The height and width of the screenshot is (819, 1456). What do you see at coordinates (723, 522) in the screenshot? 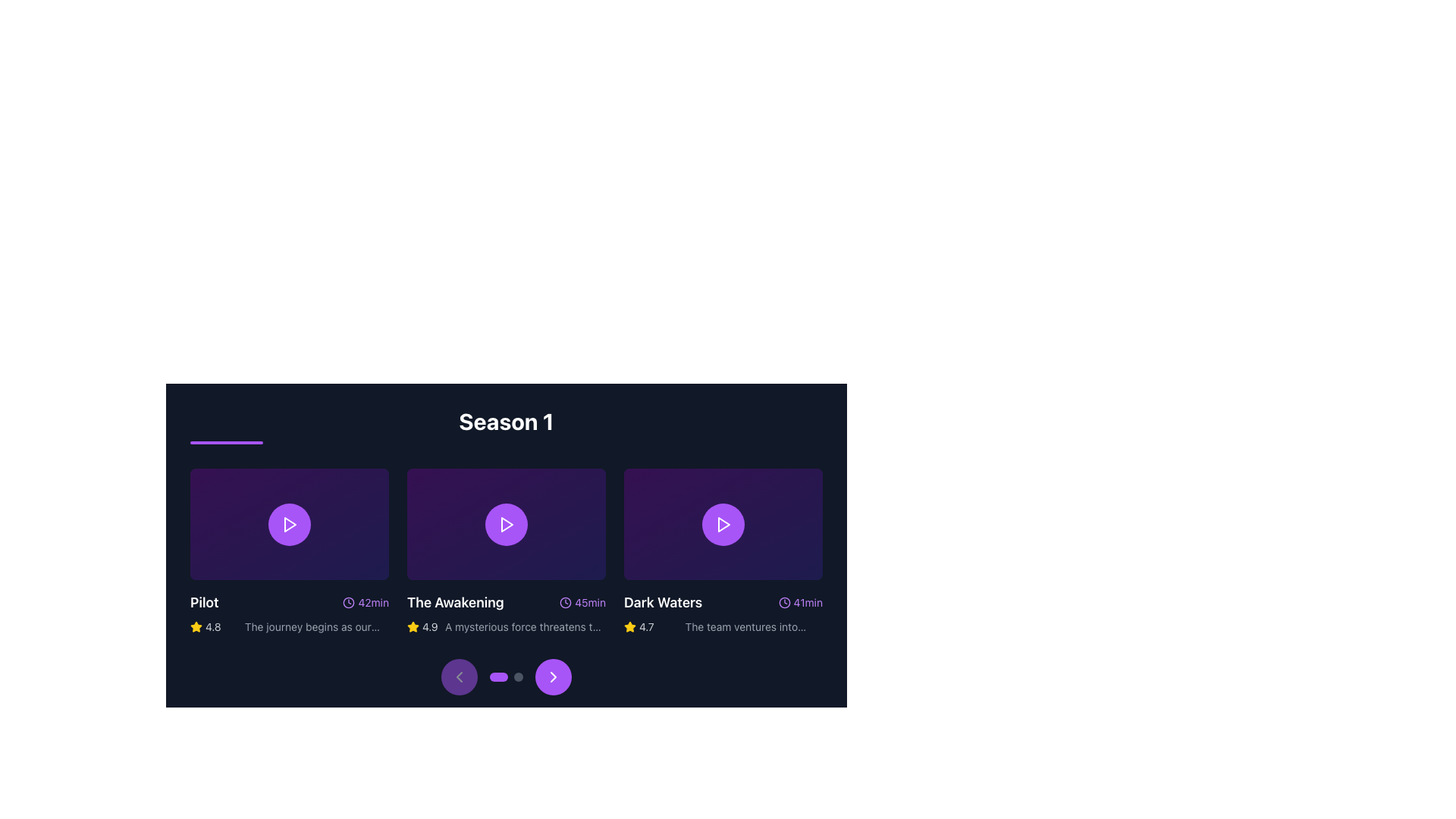
I see `the play button on the thumbnail for the episode 'Dark Waters'` at bounding box center [723, 522].